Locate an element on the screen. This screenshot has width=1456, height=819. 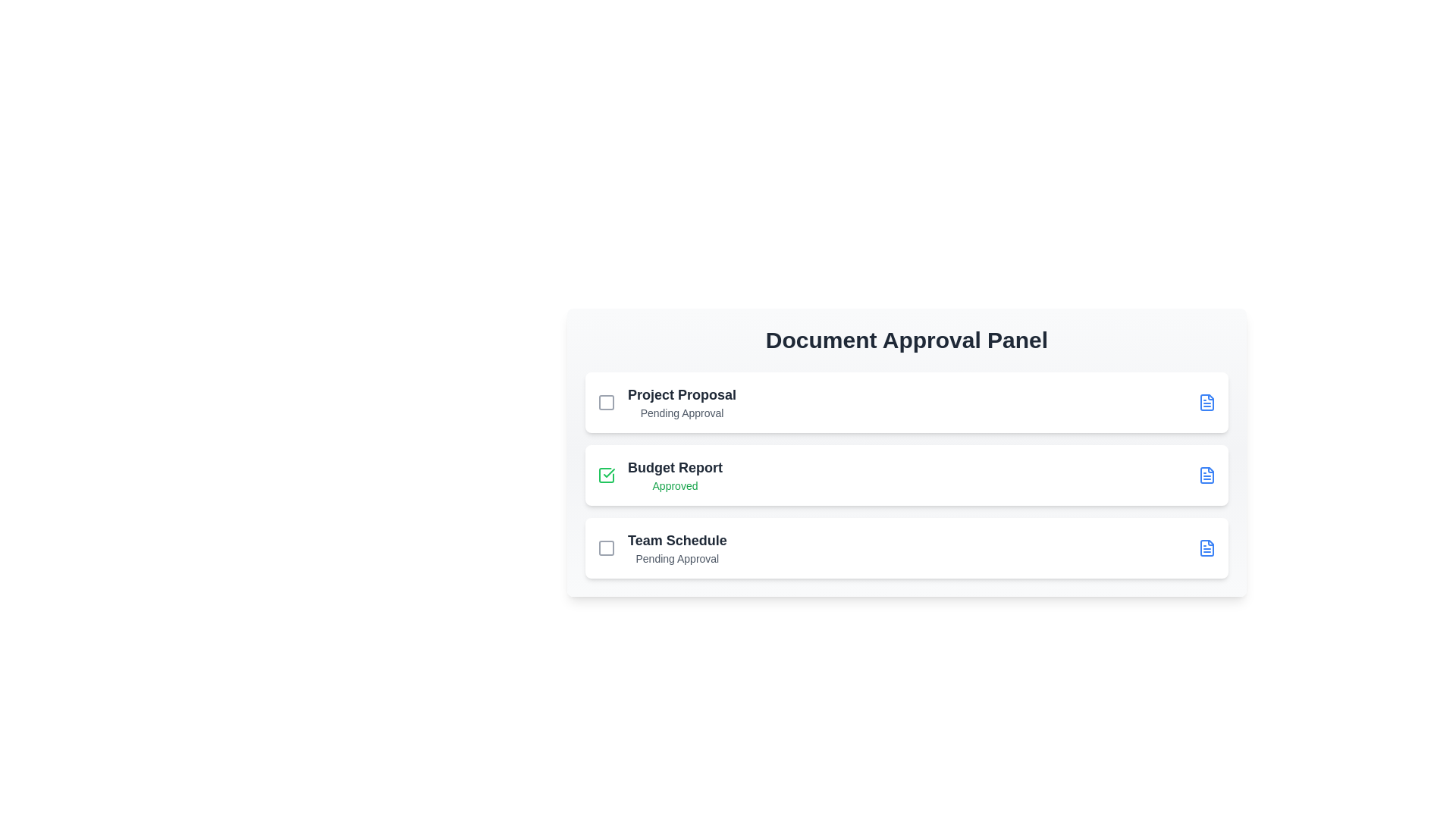
the document icon for Team Schedule is located at coordinates (1207, 548).